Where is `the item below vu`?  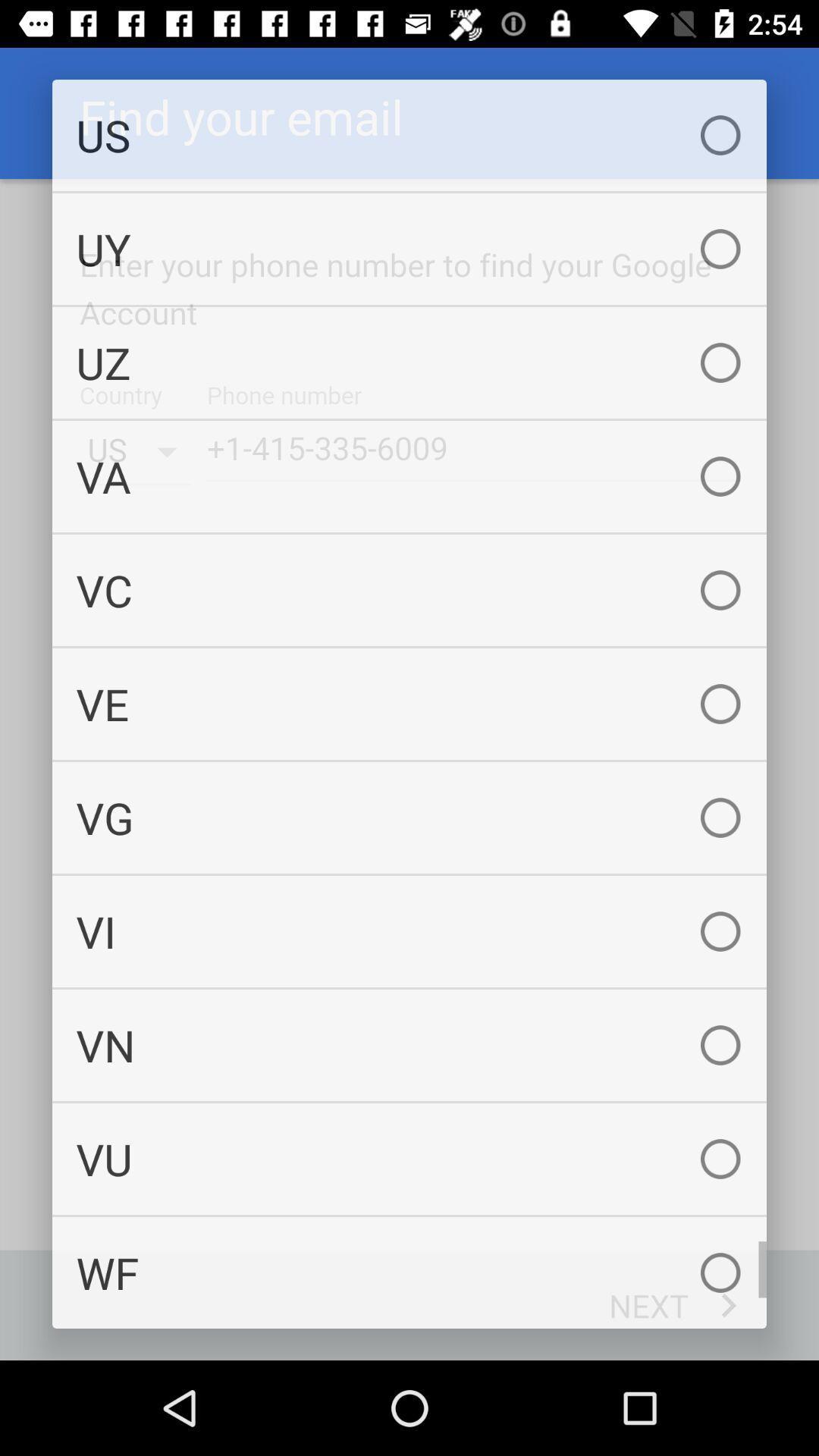 the item below vu is located at coordinates (409, 1272).